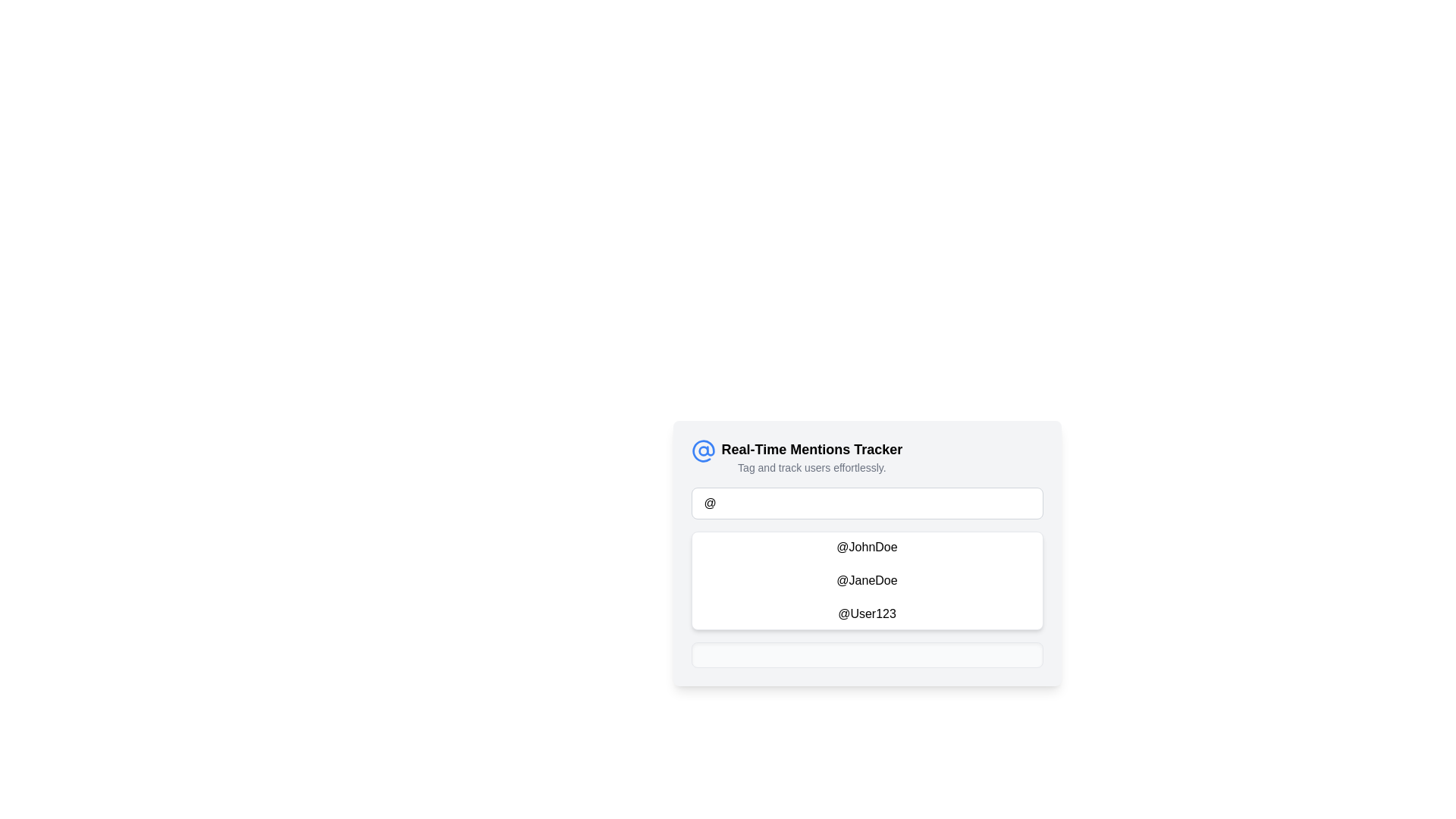 The height and width of the screenshot is (819, 1456). I want to click on the user mention '@JohnDoe' which is the first item, so click(867, 553).